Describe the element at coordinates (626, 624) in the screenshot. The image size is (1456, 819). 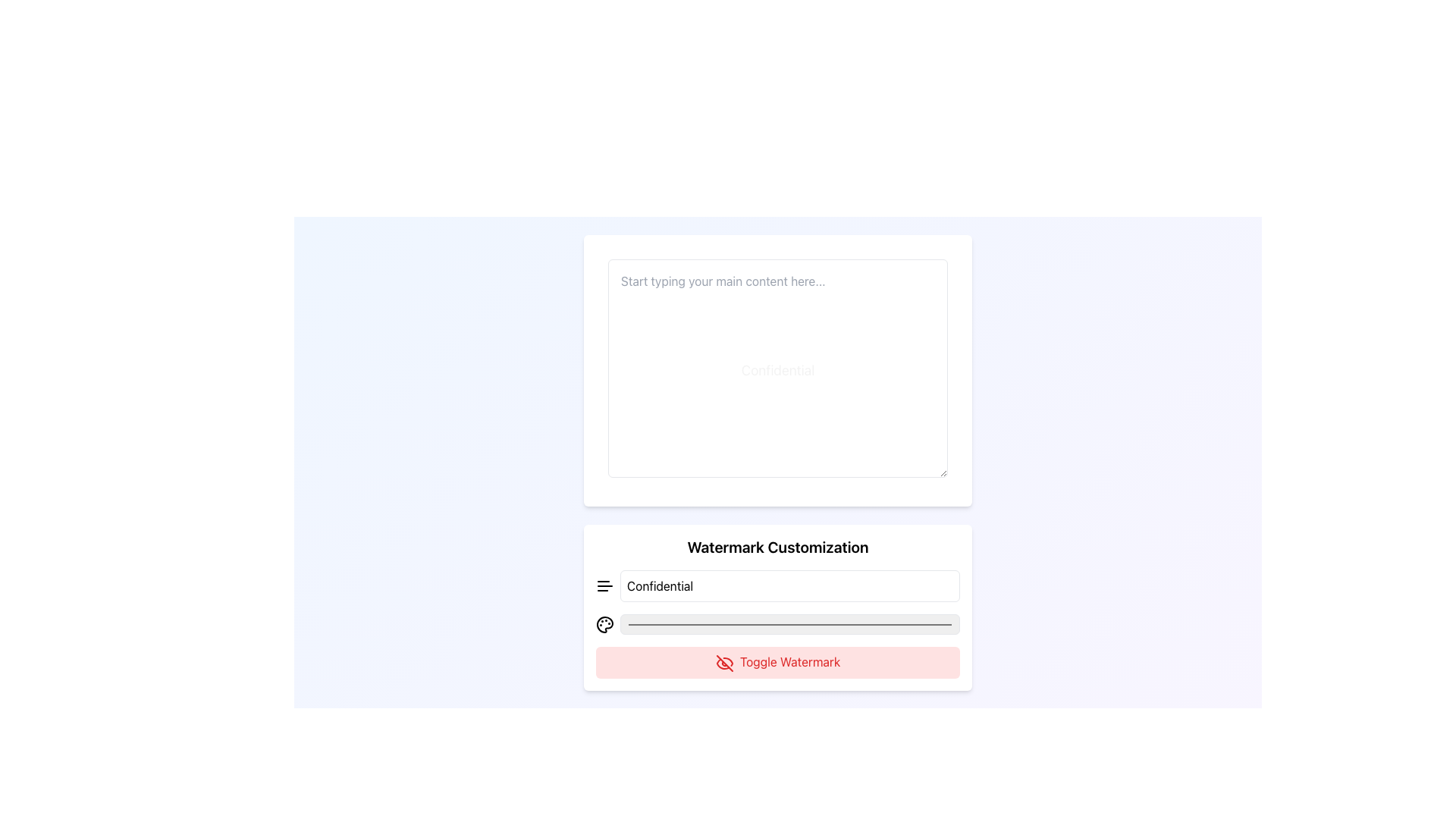
I see `the color slider` at that location.